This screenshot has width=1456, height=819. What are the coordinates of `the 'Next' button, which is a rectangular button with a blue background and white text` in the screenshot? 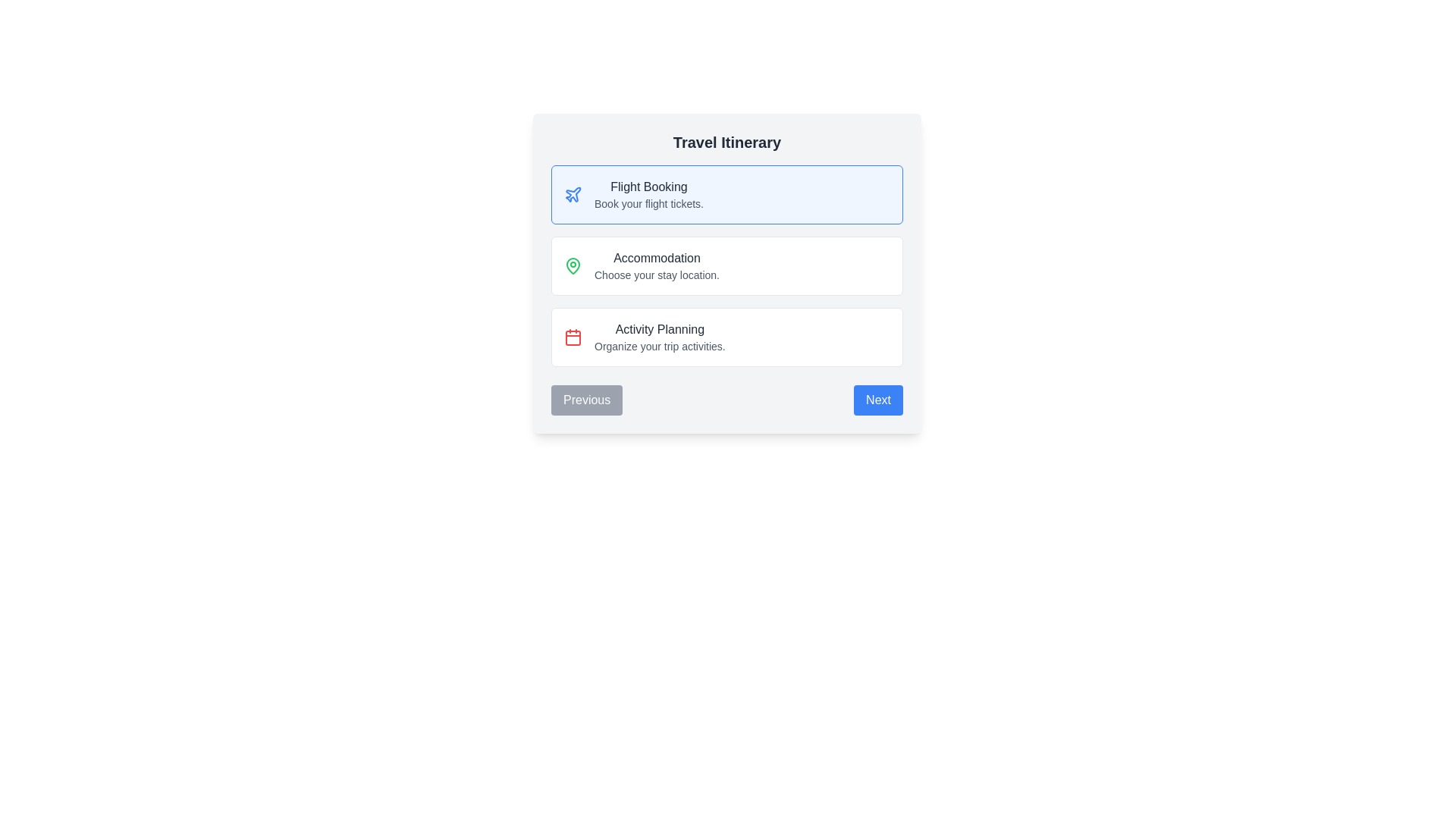 It's located at (878, 400).